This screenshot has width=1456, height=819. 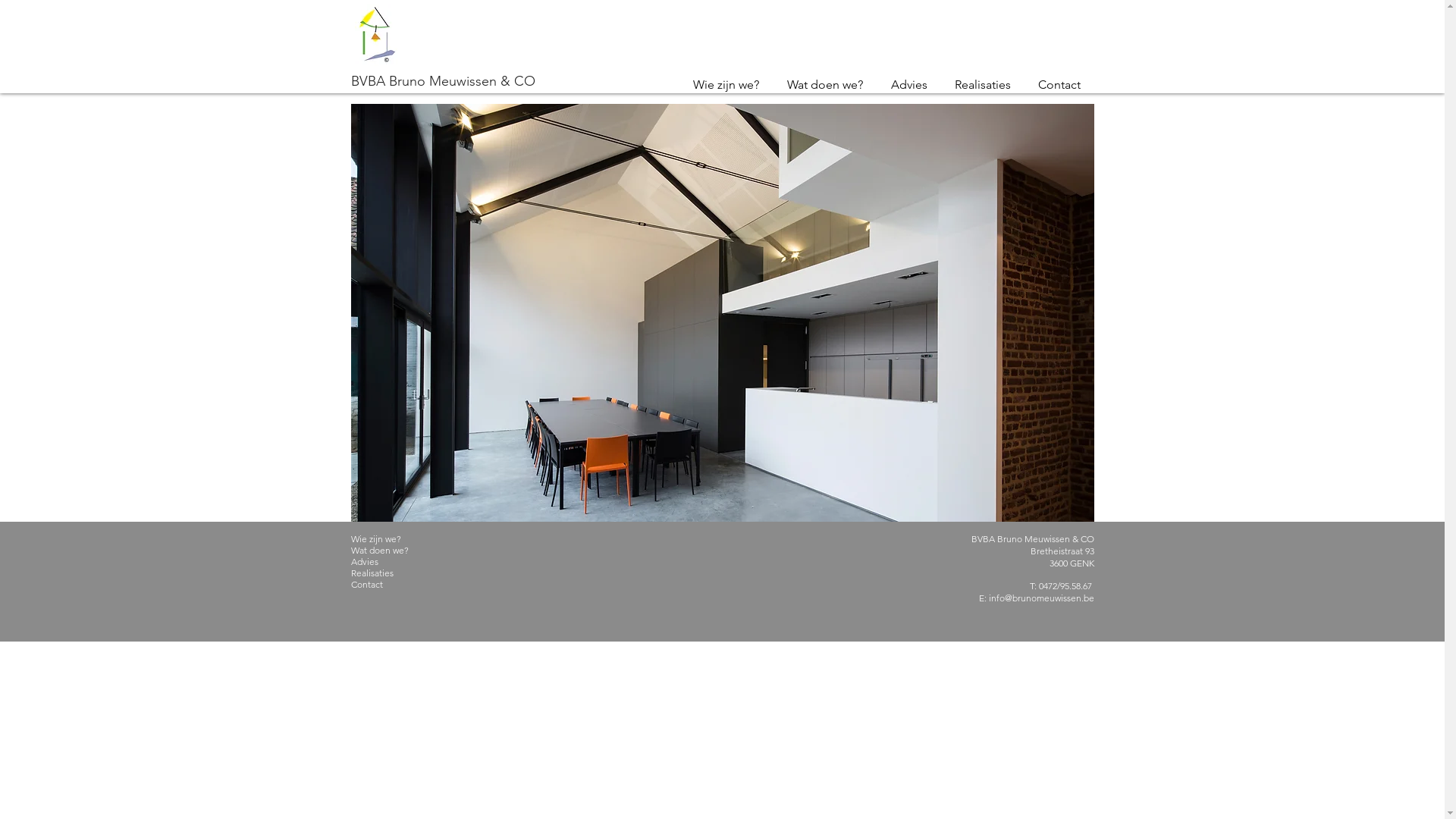 I want to click on 'Realisaties', so click(x=400, y=573).